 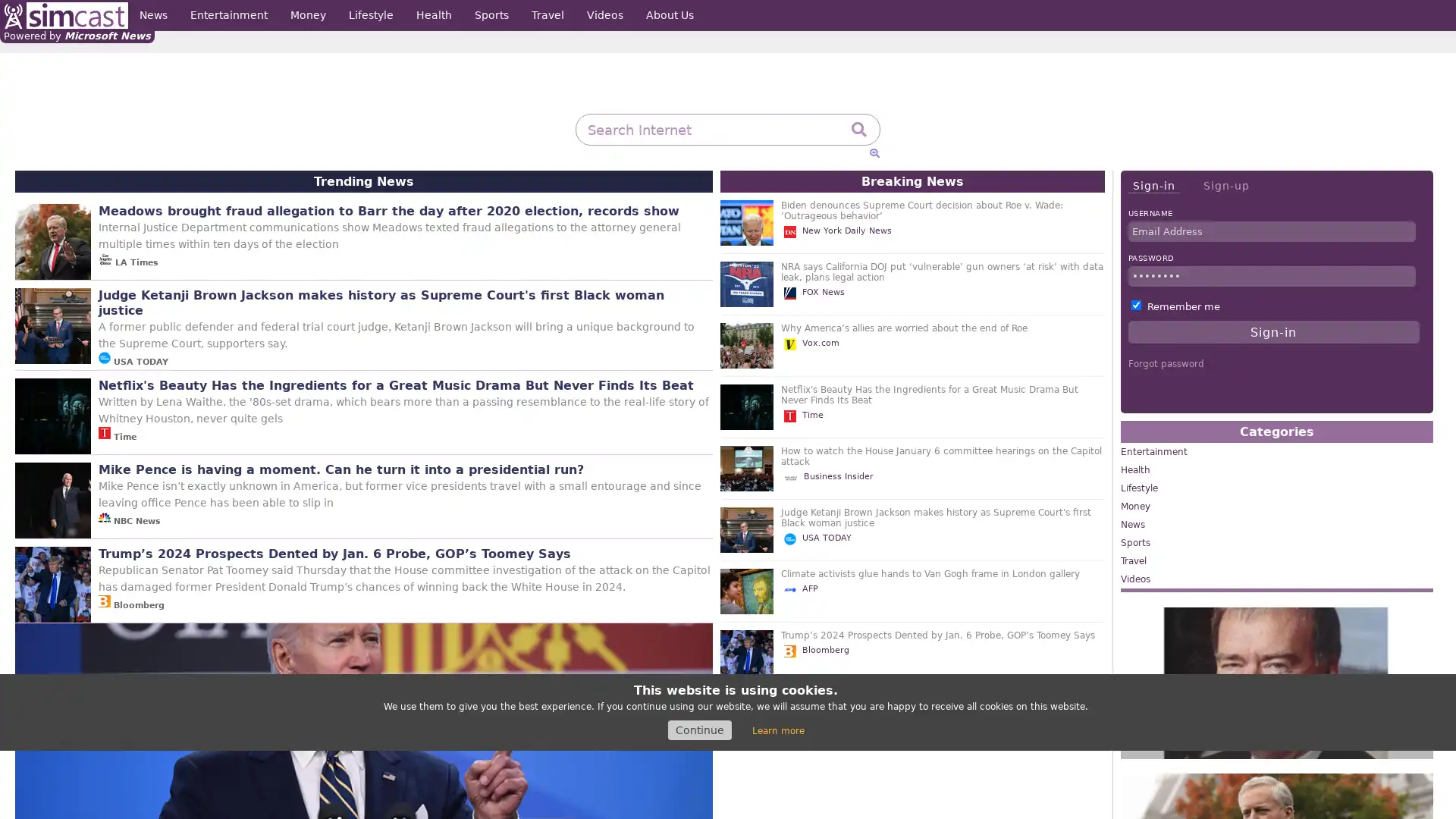 What do you see at coordinates (1153, 185) in the screenshot?
I see `Sign-in` at bounding box center [1153, 185].